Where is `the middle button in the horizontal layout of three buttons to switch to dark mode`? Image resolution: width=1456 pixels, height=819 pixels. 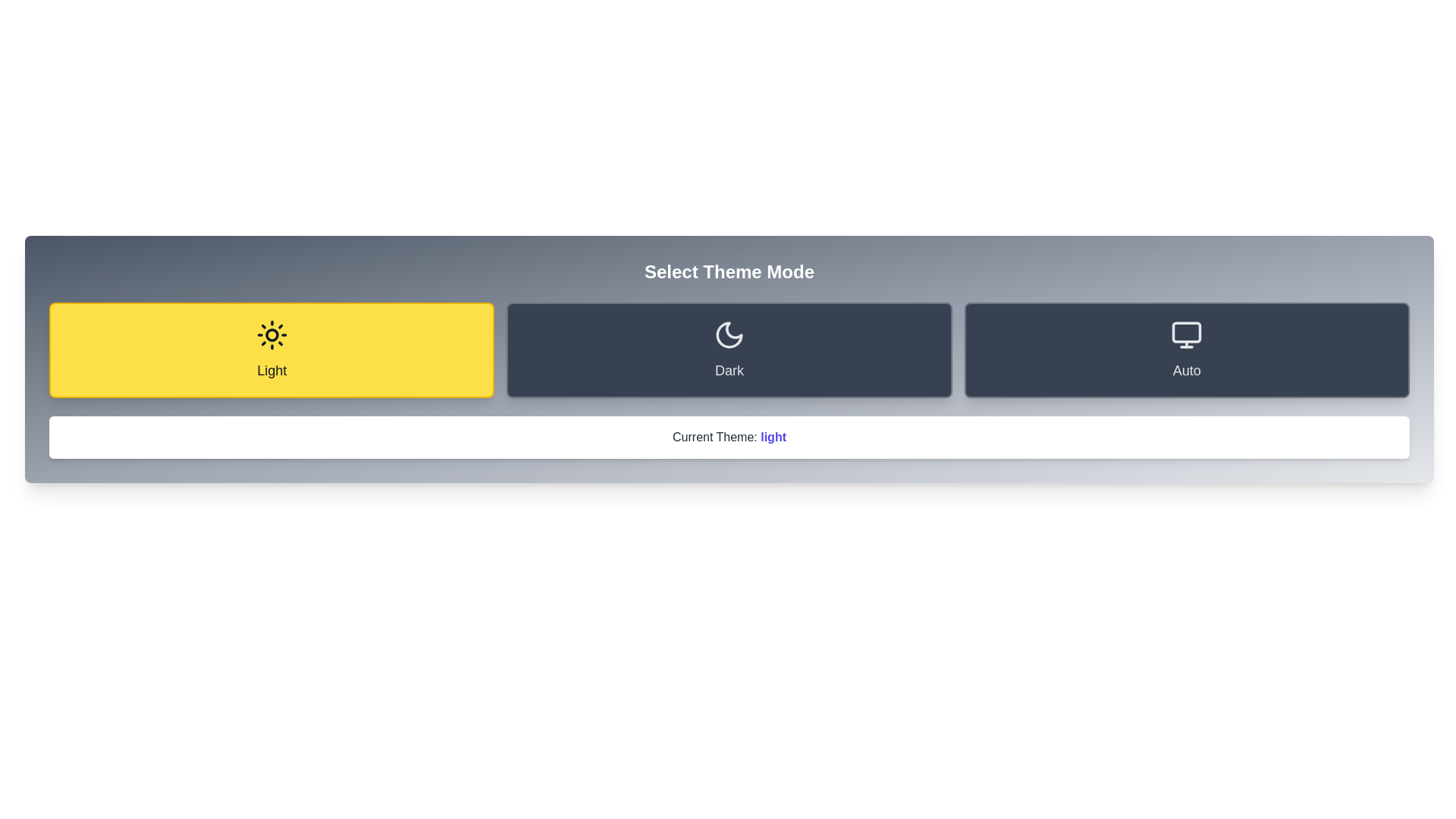 the middle button in the horizontal layout of three buttons to switch to dark mode is located at coordinates (729, 350).